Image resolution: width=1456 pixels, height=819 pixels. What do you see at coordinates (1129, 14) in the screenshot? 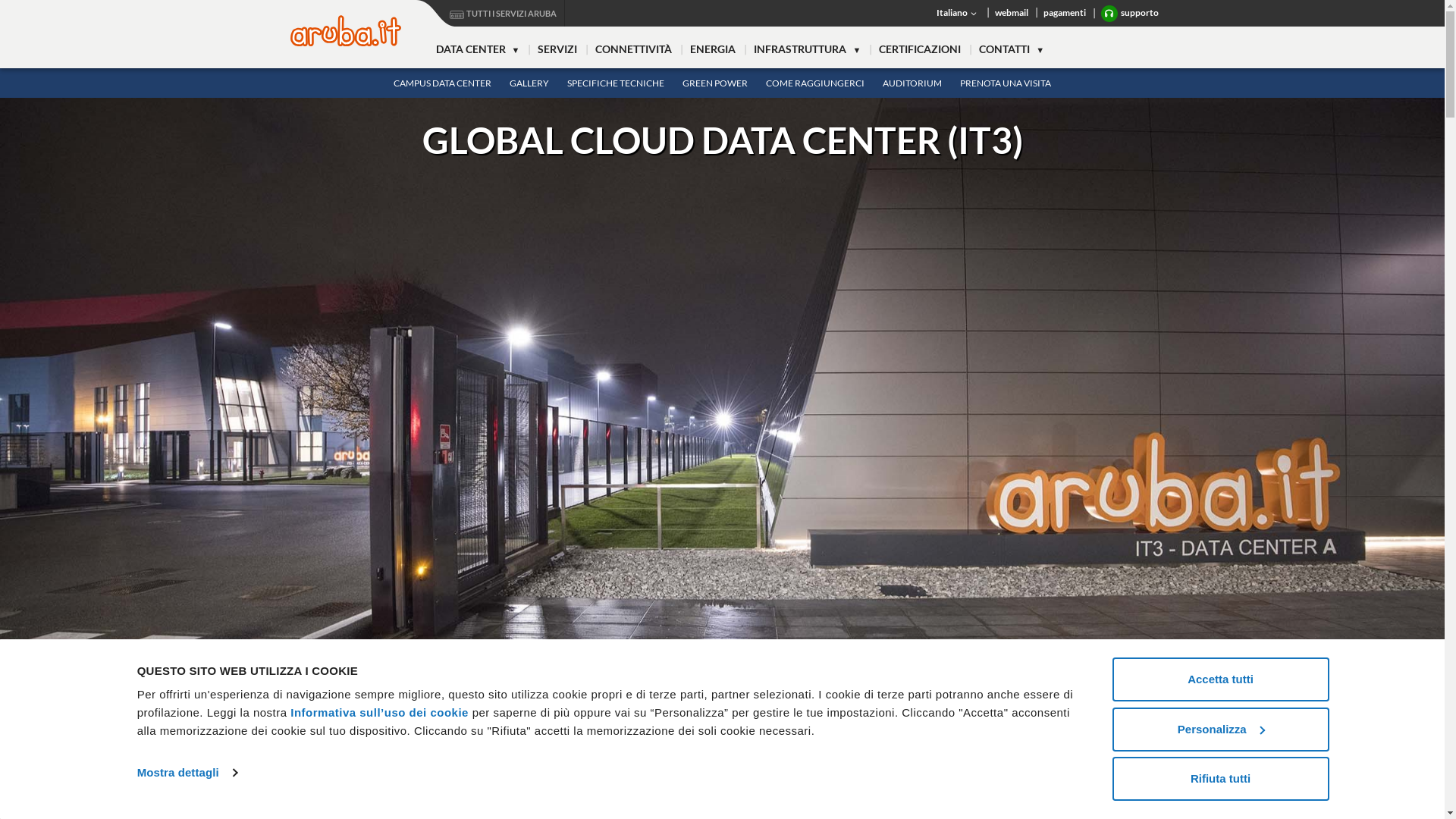
I see `' supporto'` at bounding box center [1129, 14].